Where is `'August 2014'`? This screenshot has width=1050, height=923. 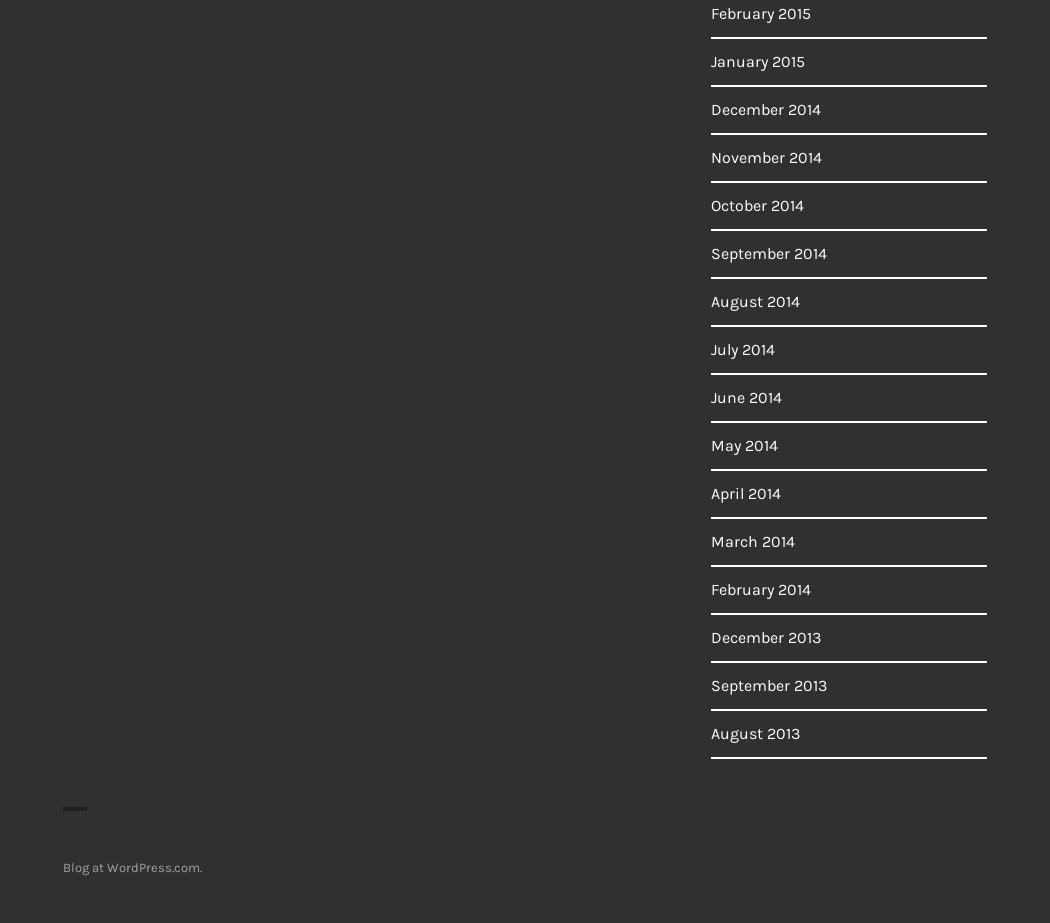
'August 2014' is located at coordinates (755, 301).